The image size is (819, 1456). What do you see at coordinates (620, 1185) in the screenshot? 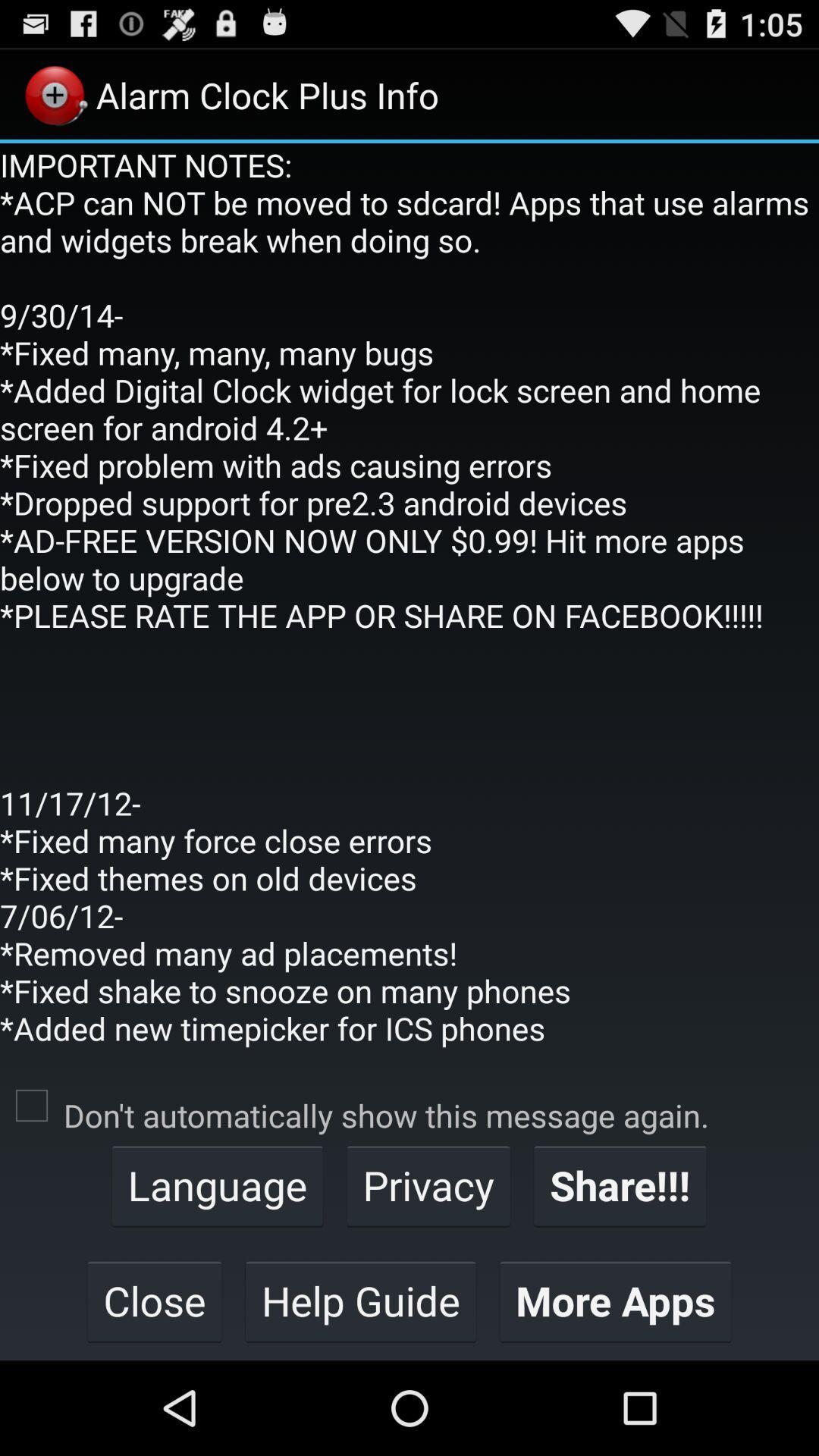
I see `icon below the don t automatically app` at bounding box center [620, 1185].